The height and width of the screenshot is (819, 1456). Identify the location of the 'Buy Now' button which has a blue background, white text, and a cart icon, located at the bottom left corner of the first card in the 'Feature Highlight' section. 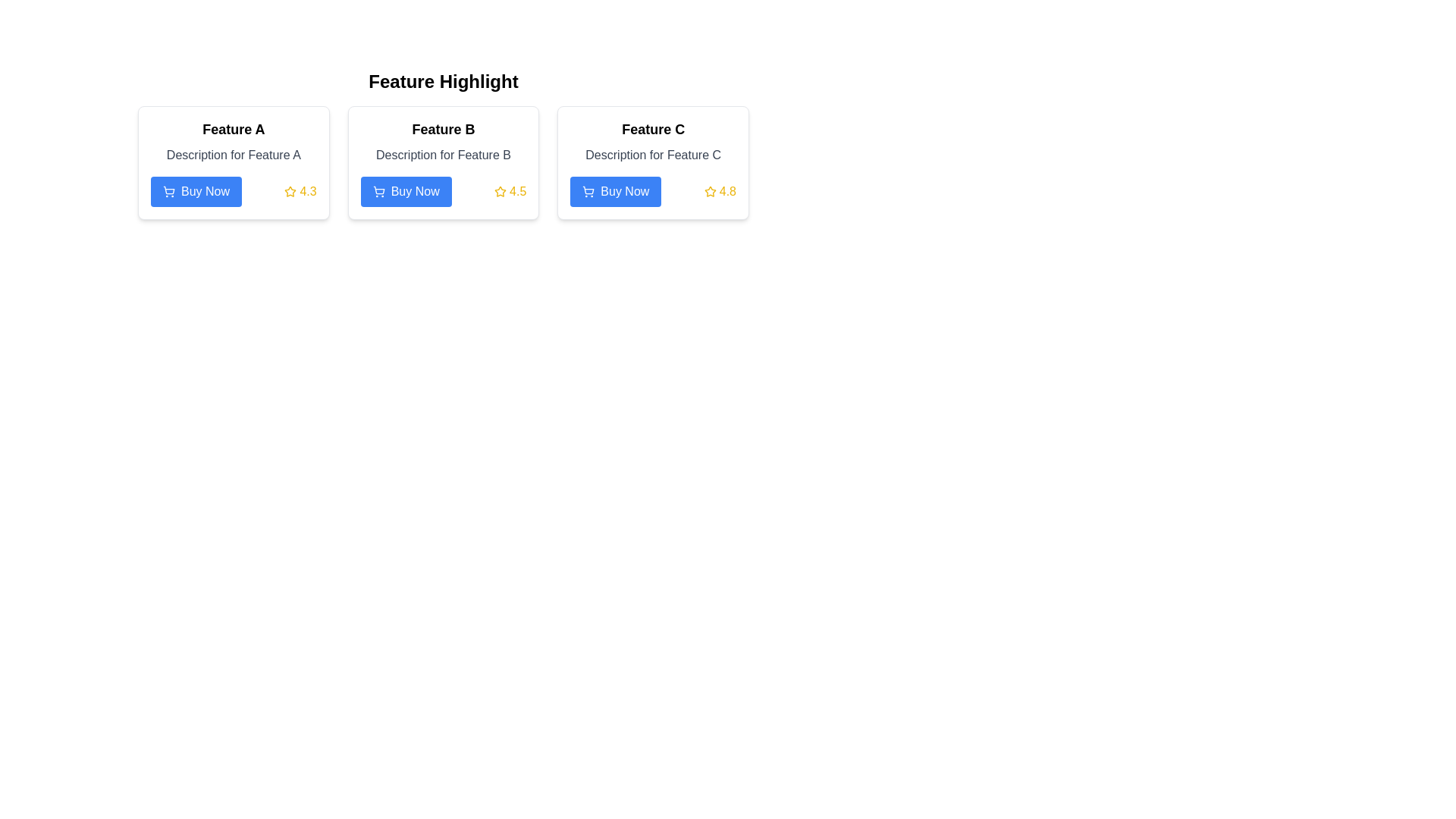
(196, 191).